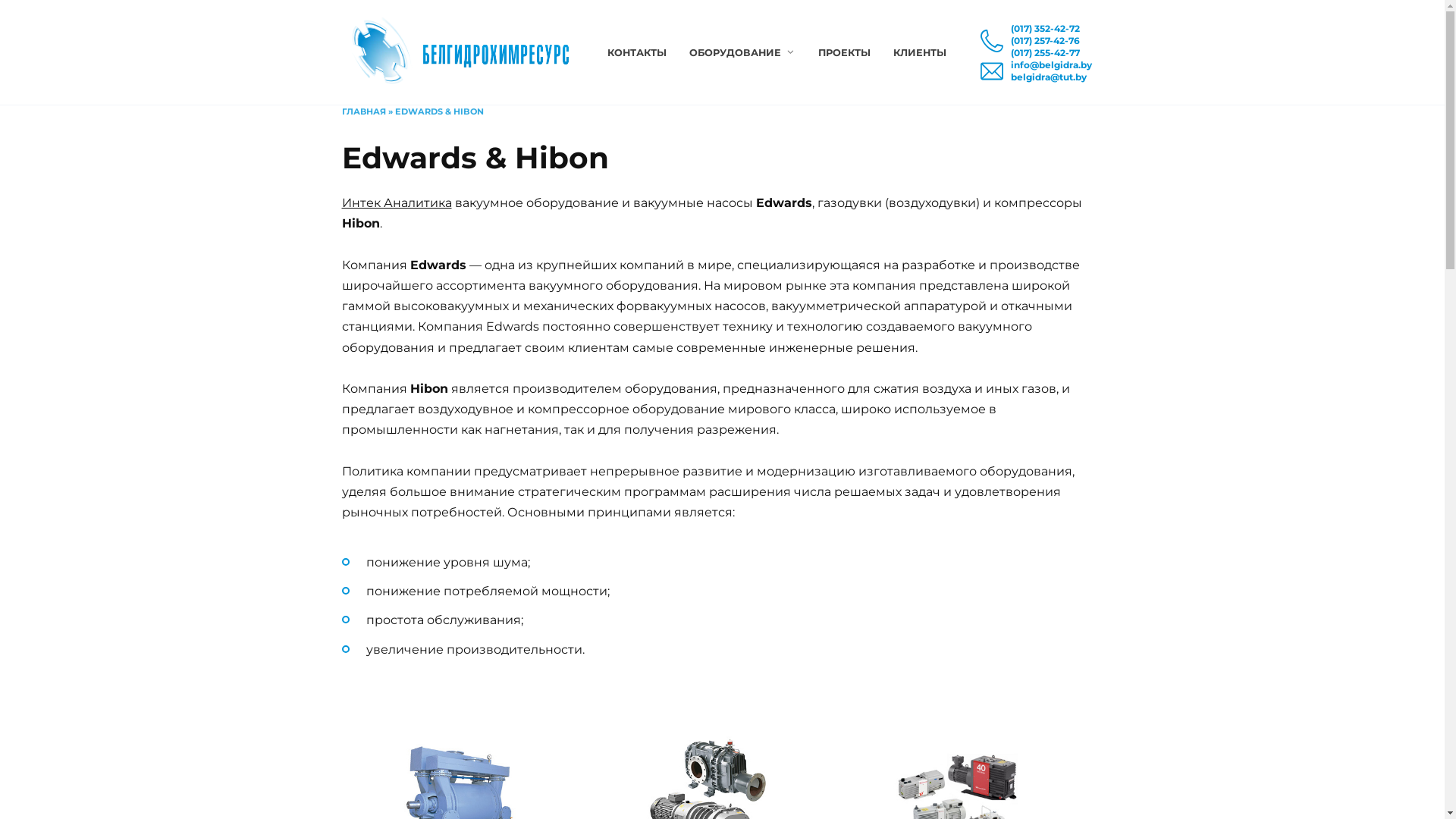 This screenshot has height=819, width=1456. What do you see at coordinates (1009, 40) in the screenshot?
I see `'(017) 257-42-76'` at bounding box center [1009, 40].